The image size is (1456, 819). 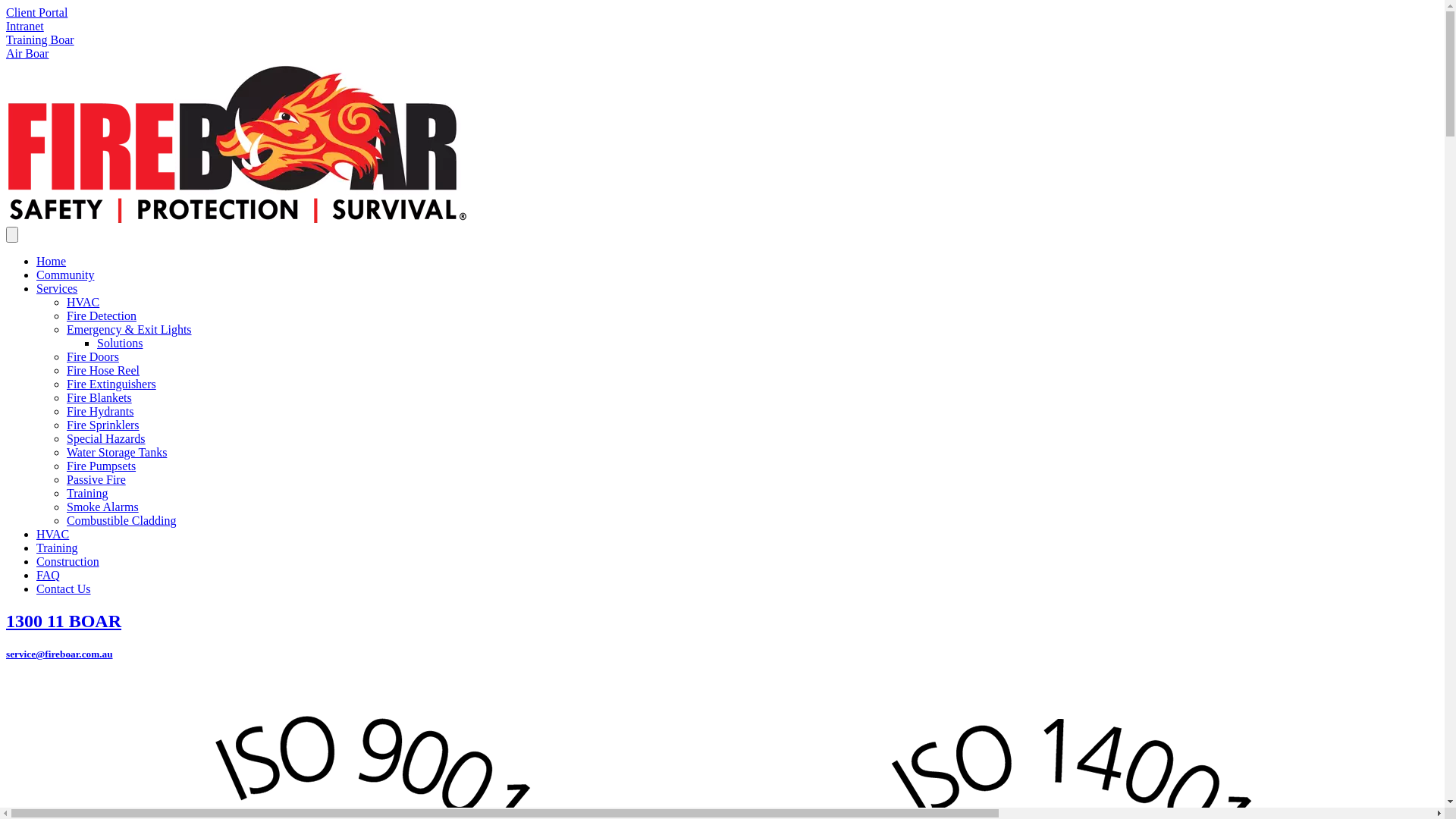 I want to click on 'Smoke Alarms', so click(x=102, y=507).